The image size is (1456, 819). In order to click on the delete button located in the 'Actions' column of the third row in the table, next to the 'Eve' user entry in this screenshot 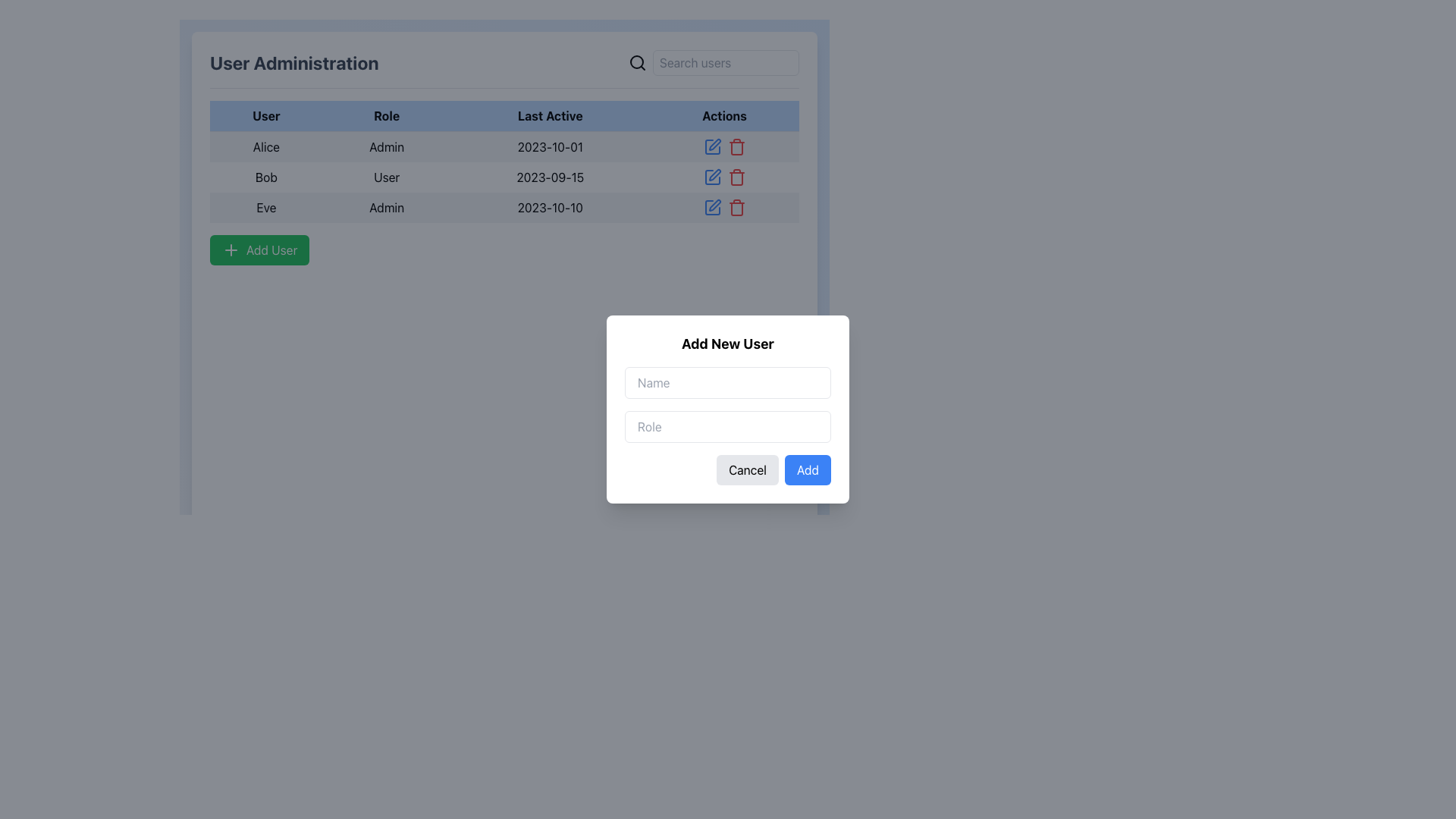, I will do `click(736, 207)`.